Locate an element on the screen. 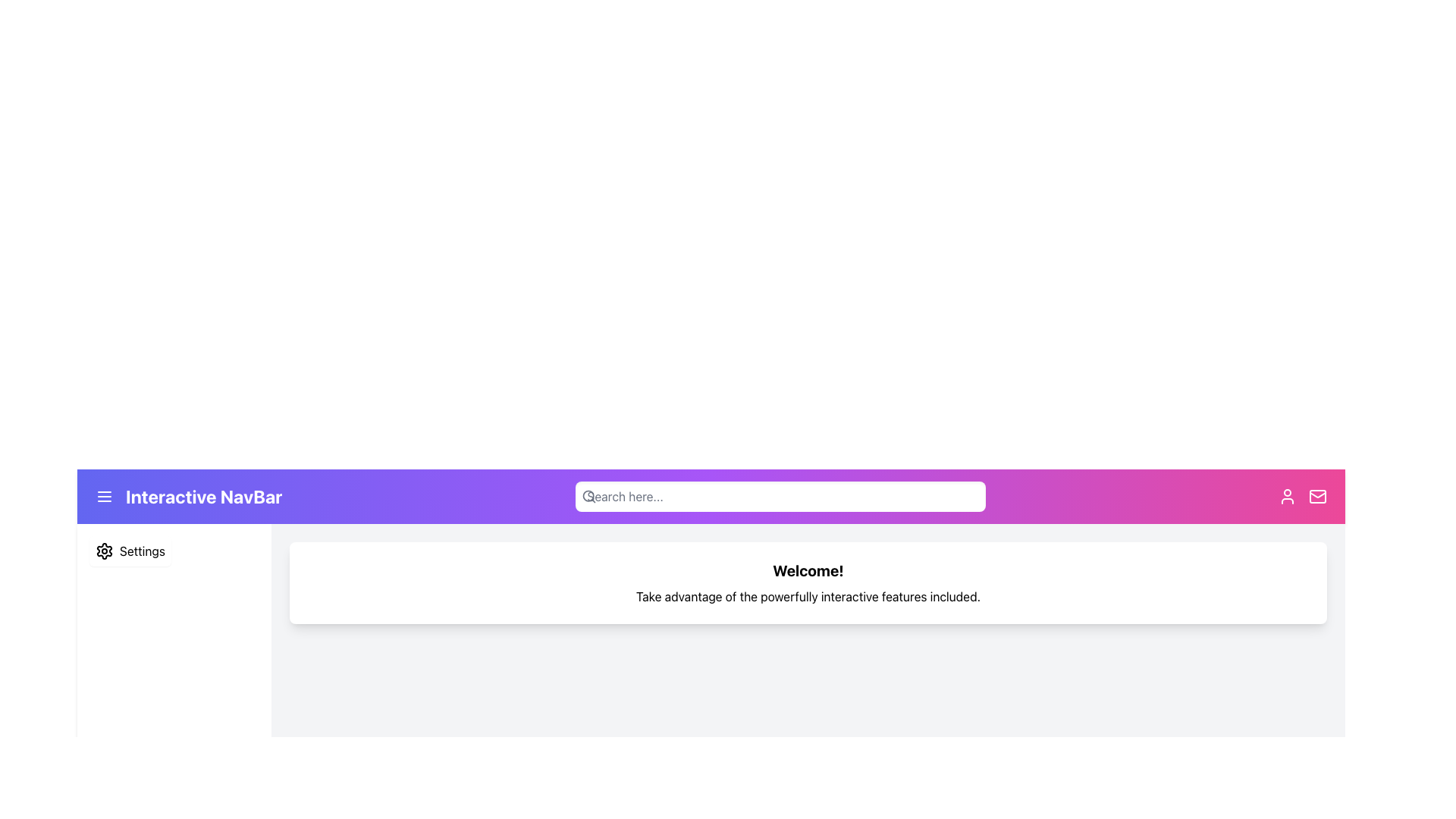  the SVG rectangle that forms part of the envelope icon in the top-right corner of the navigation bar is located at coordinates (1316, 497).